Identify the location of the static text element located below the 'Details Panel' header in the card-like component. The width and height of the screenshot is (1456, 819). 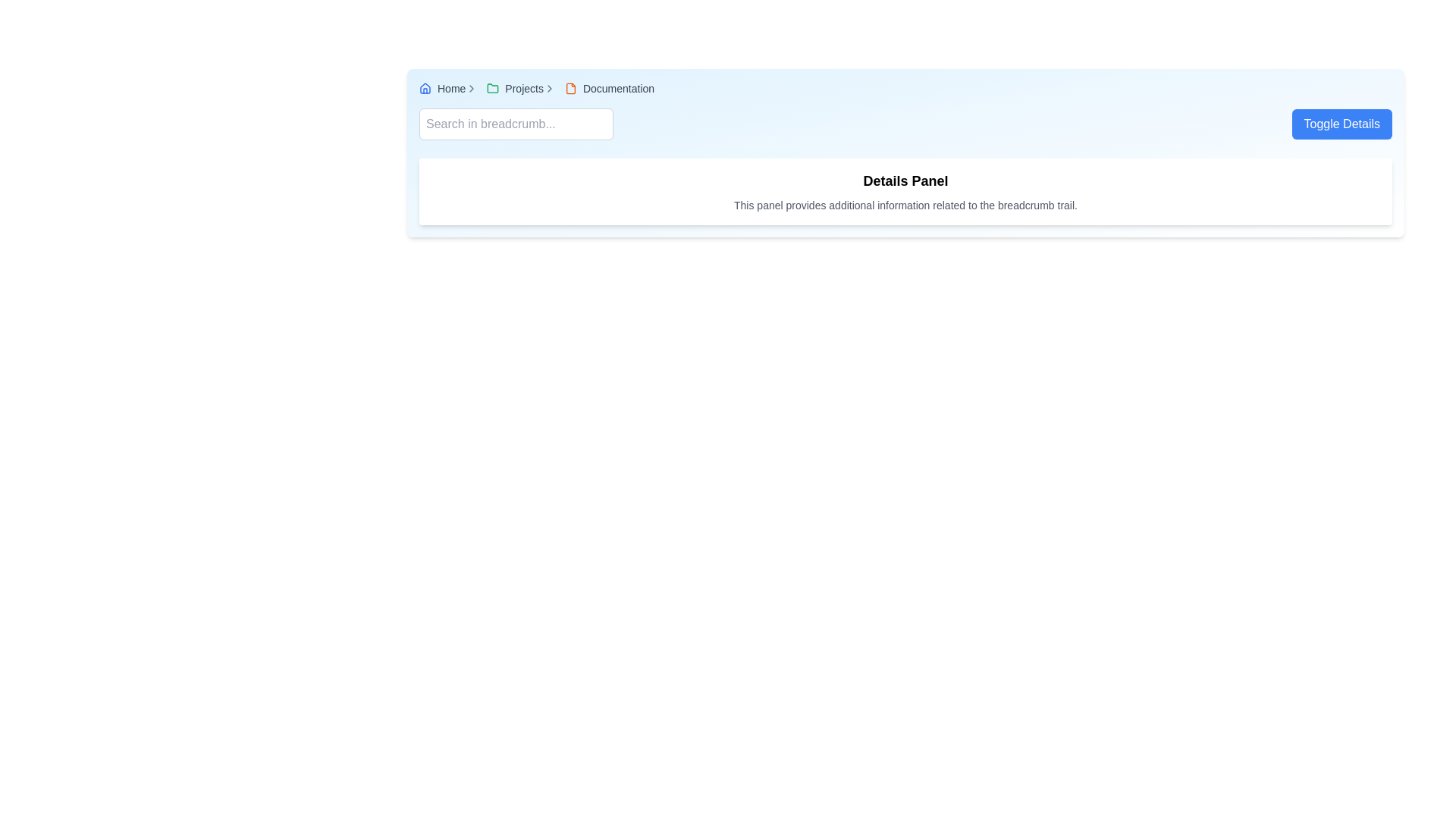
(905, 205).